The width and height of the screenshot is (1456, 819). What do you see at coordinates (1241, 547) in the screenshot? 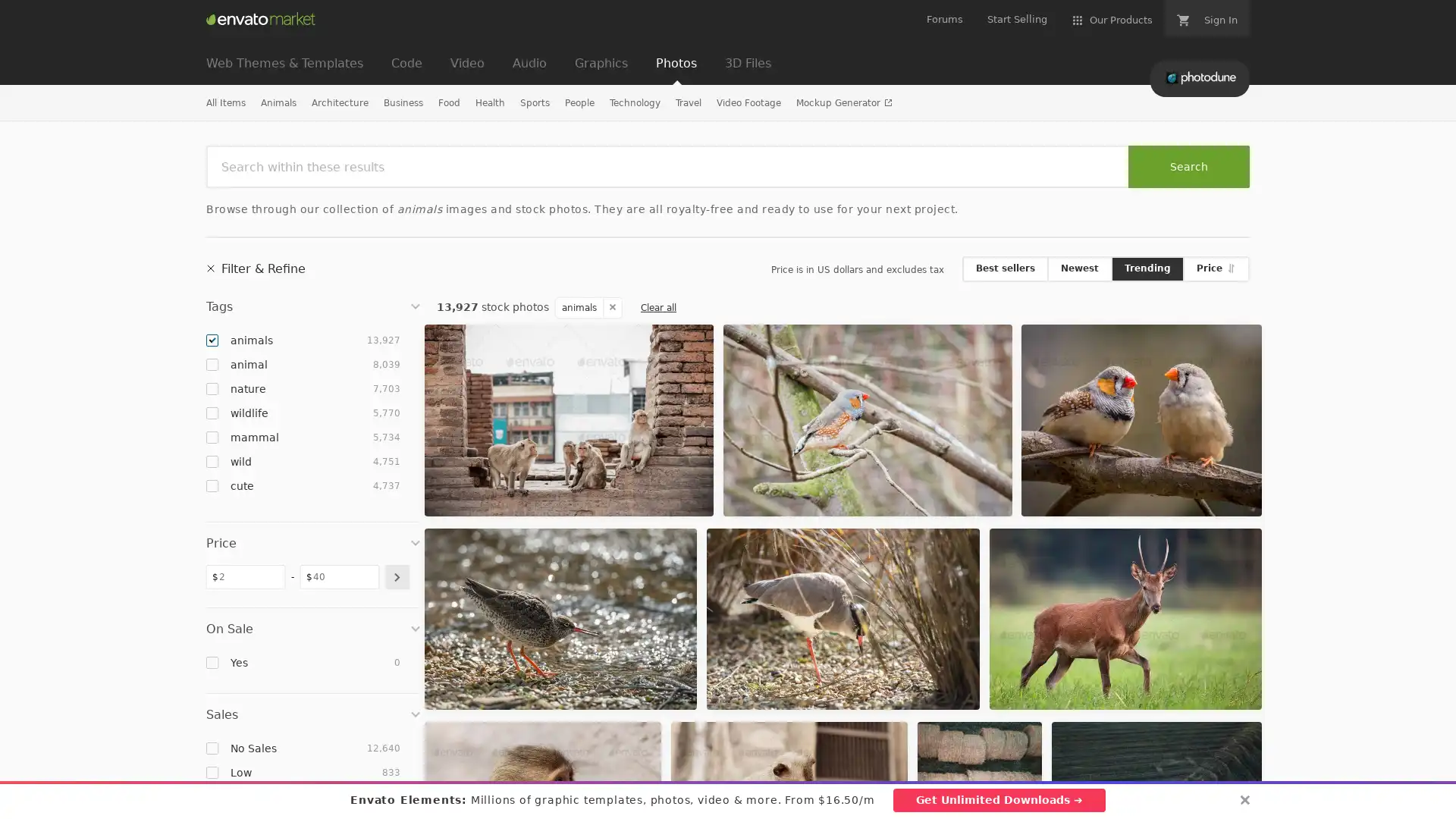
I see `Add to Favorites` at bounding box center [1241, 547].